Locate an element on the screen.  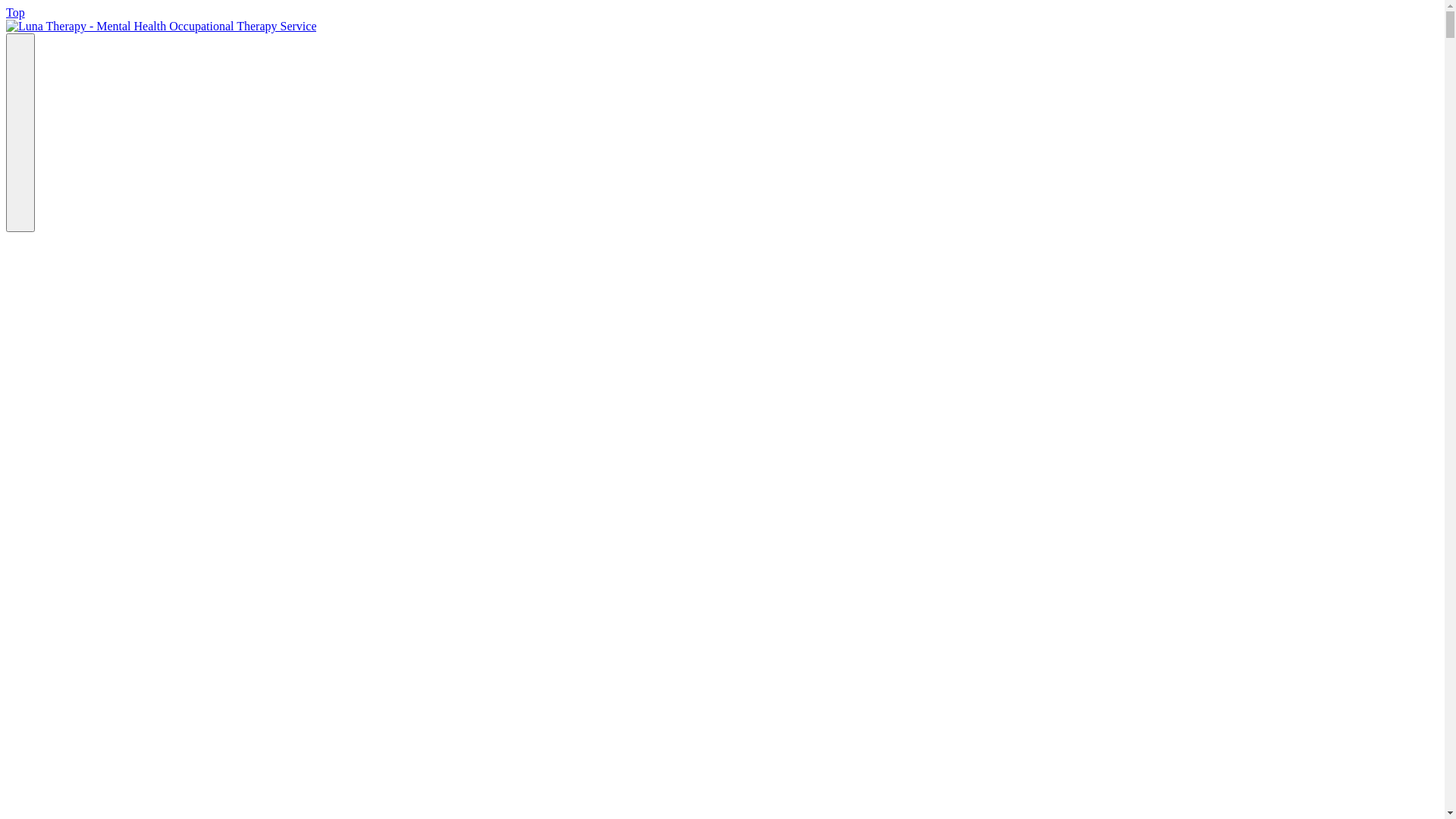
'Top' is located at coordinates (15, 12).